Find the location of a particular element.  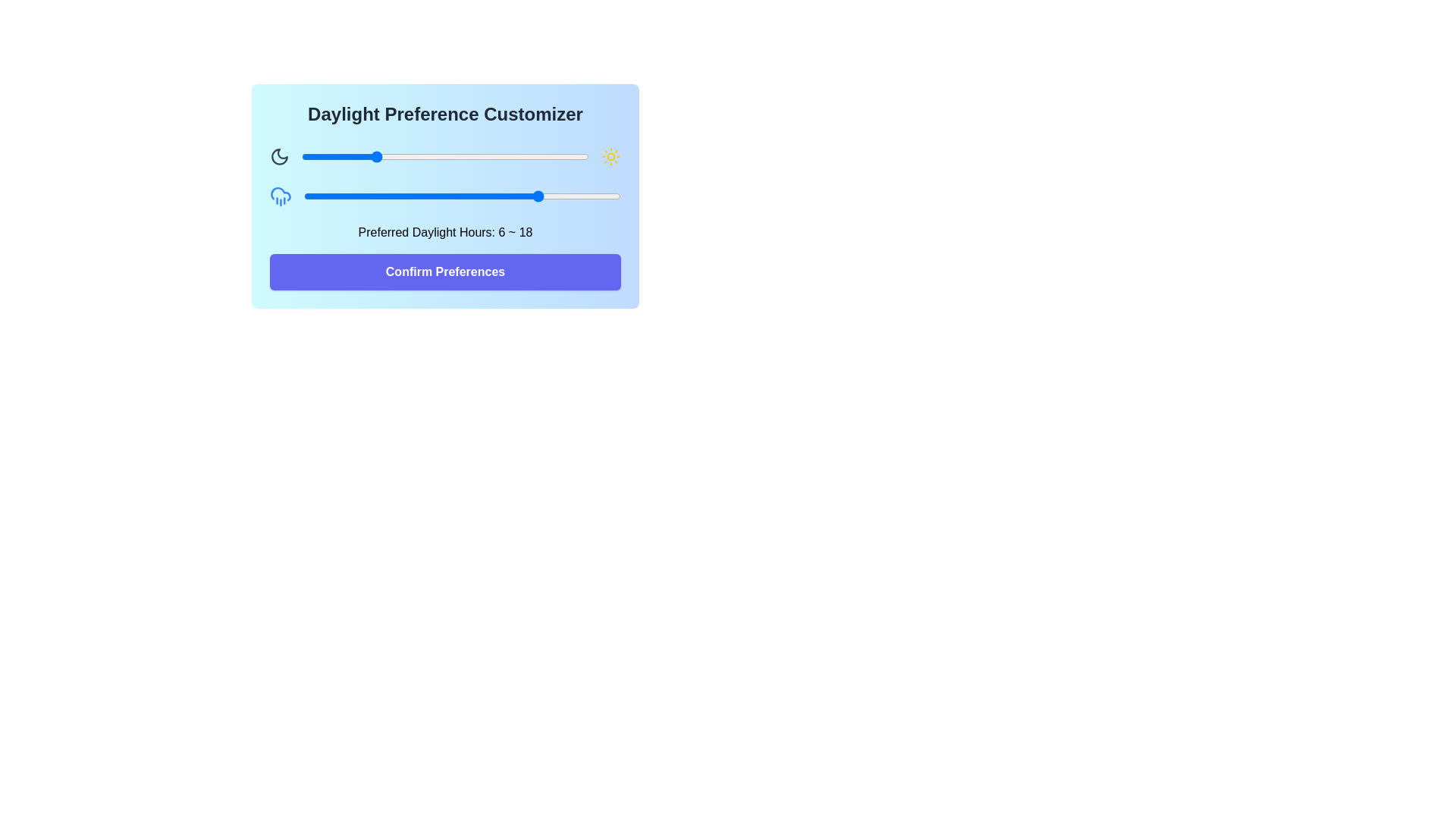

the daylight preference is located at coordinates (515, 195).